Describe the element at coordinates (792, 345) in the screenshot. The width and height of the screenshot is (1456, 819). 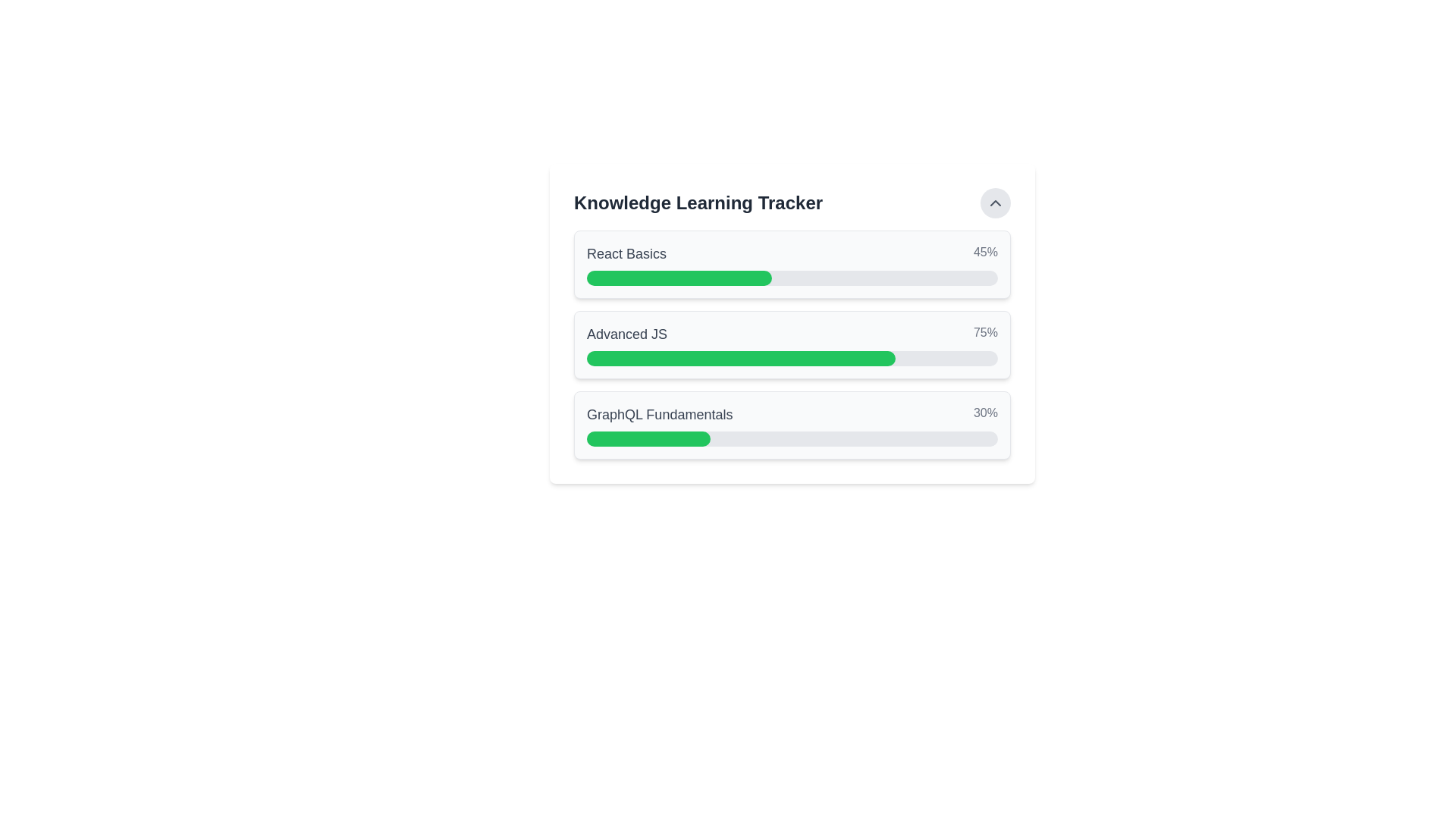
I see `the progress bar for the course 'Advanced JS' located under the 'Knowledge Learning Tracker' section, which is the second progress bar in the list` at that location.